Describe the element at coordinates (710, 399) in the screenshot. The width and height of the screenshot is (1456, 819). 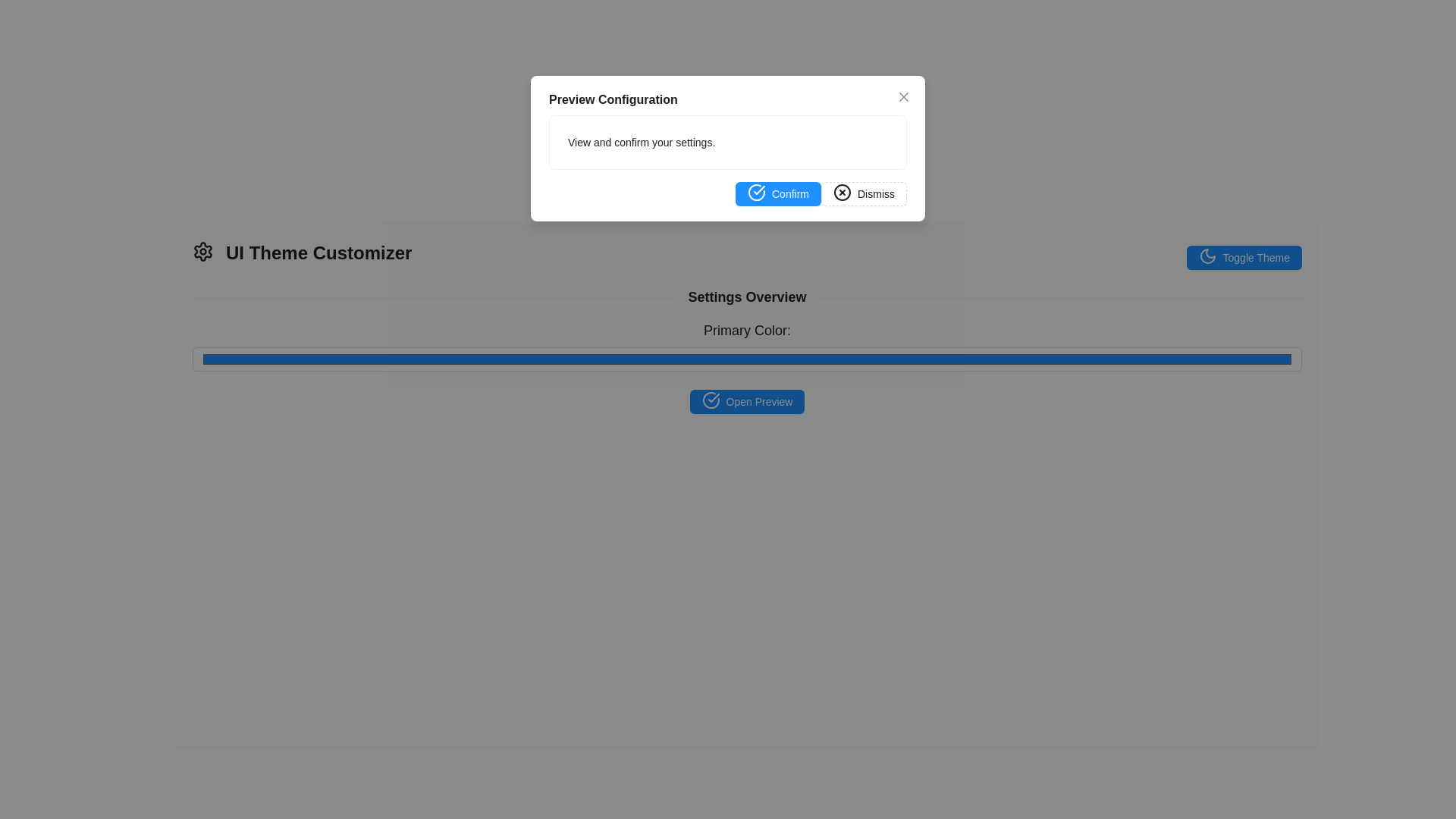
I see `the confirmation icon located at the center of the circular button beneath the 'Open Preview' text` at that location.